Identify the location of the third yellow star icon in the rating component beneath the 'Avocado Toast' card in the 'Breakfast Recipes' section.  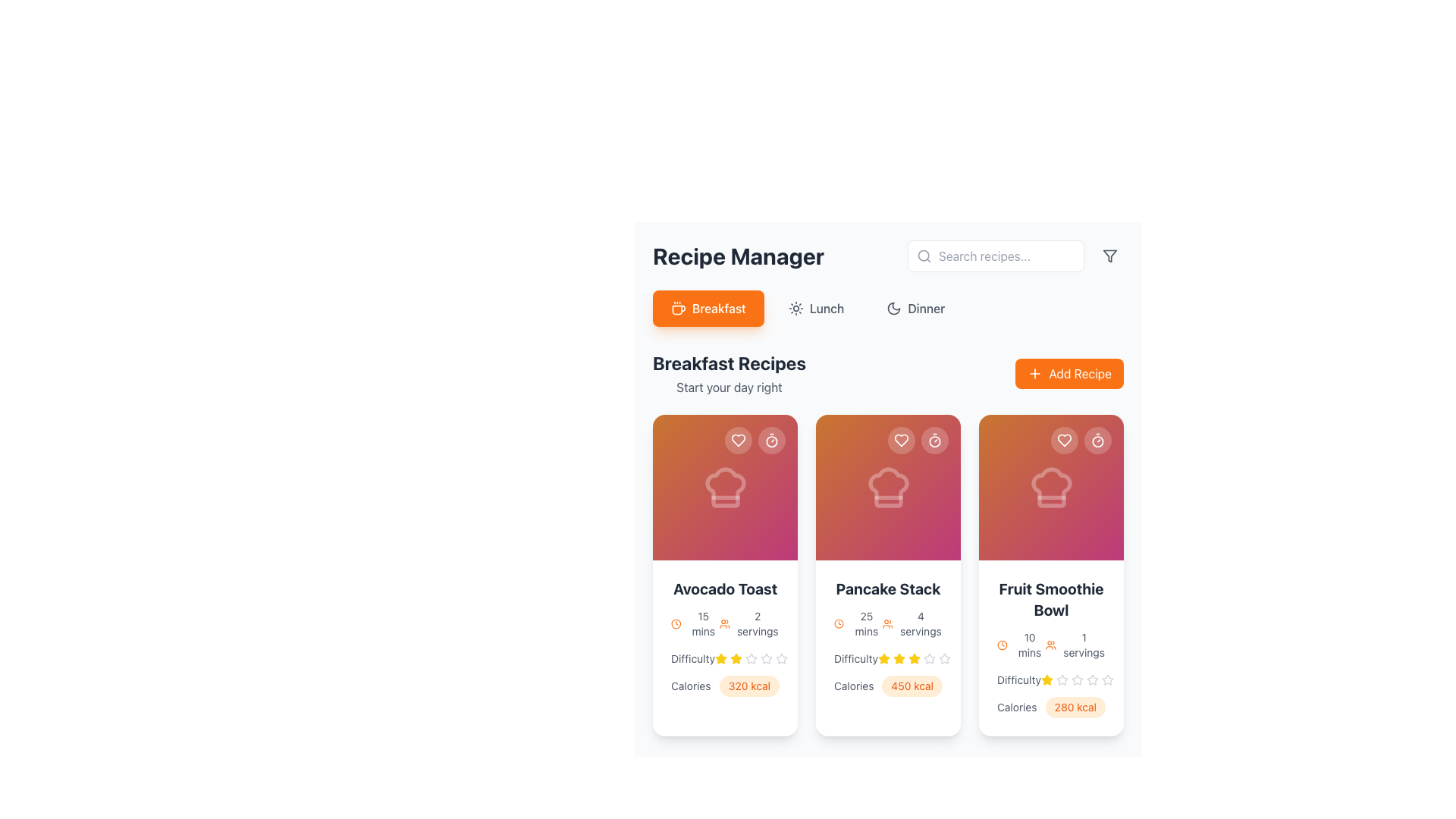
(736, 657).